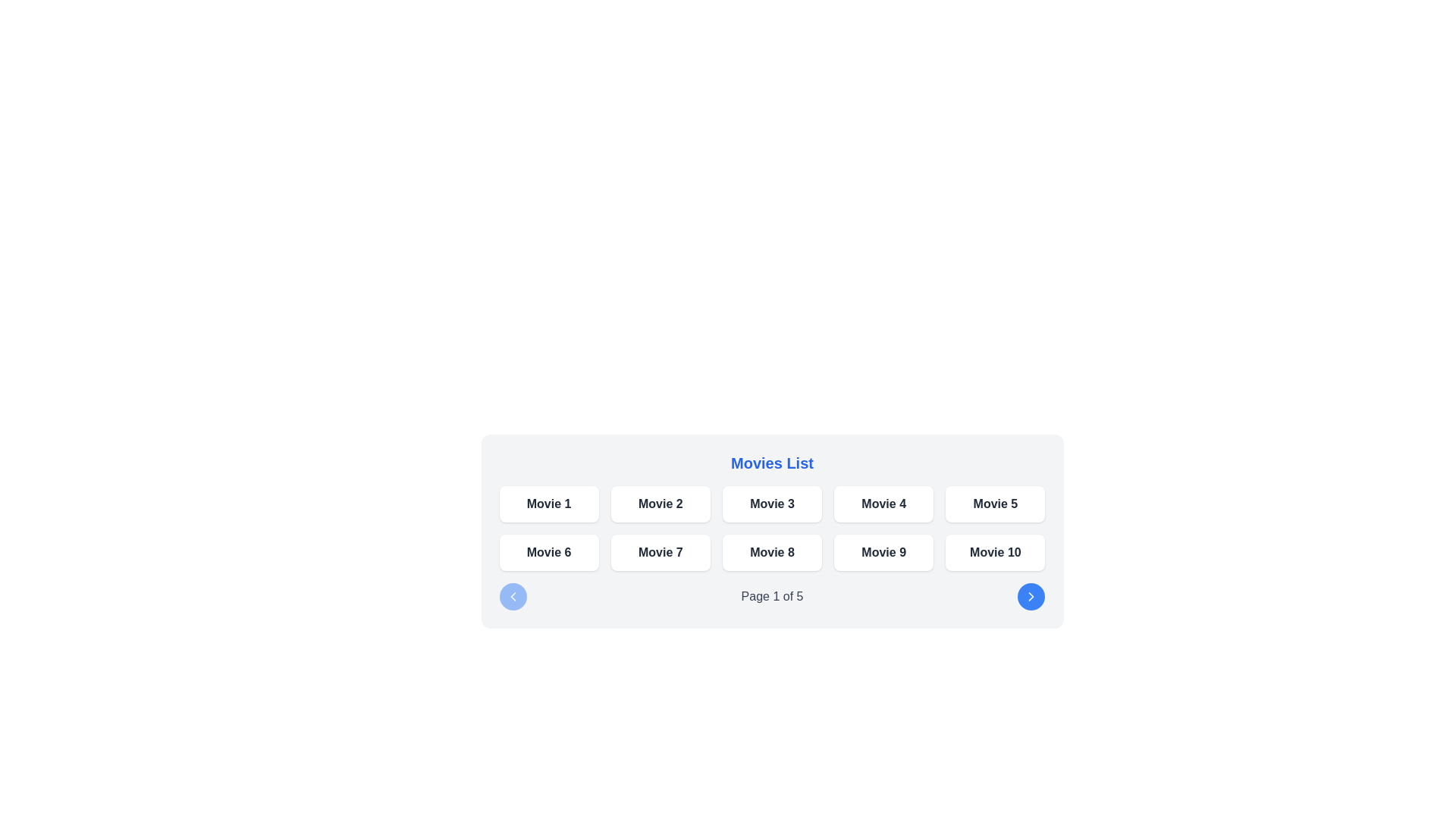  I want to click on the static text display with the text 'Movie 8' located in the second row and third column of the grid layout, so click(772, 553).